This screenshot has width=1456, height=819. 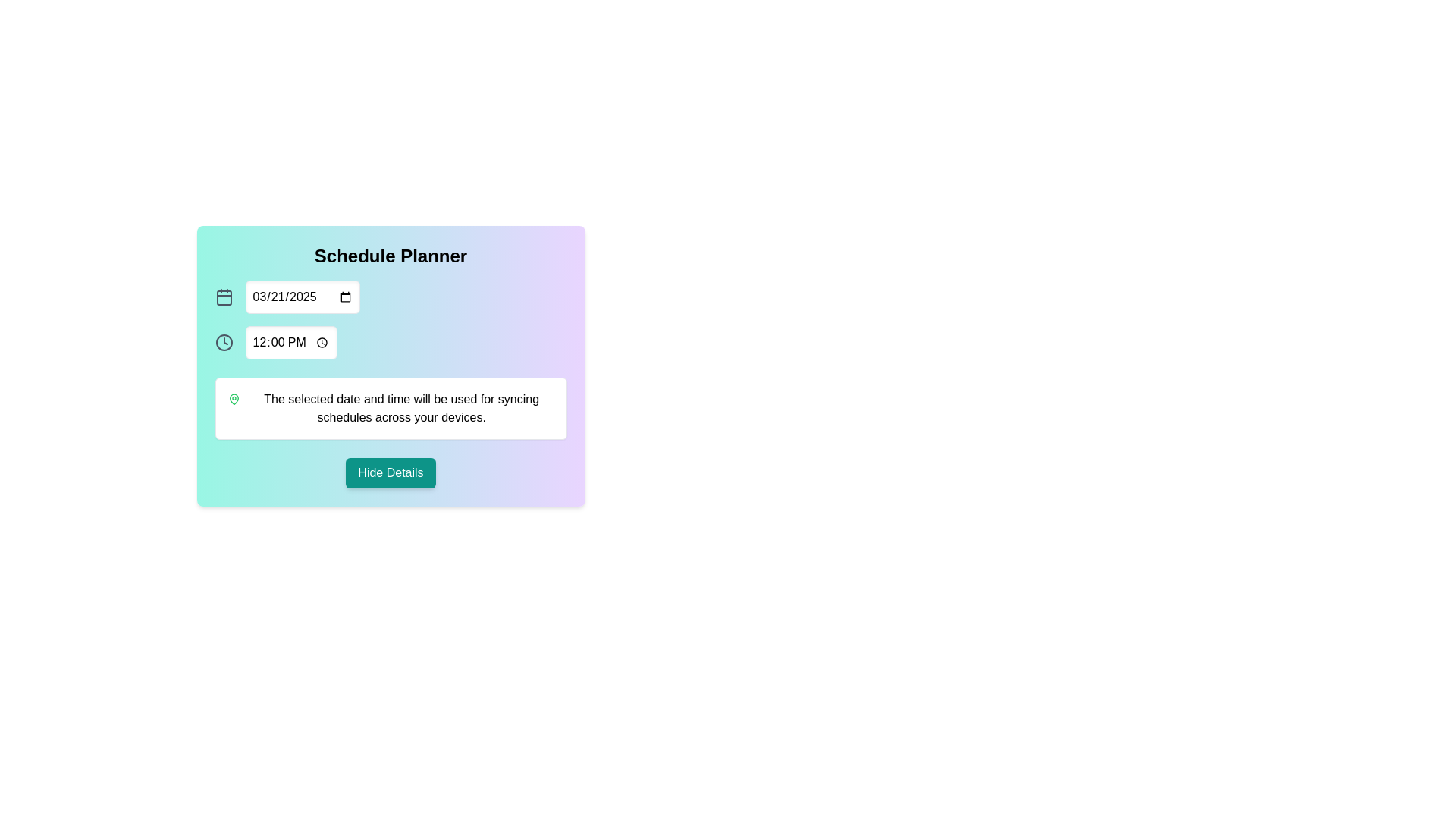 I want to click on the internal part of the calendar icon, which enhances the clarity of its purpose as a date-related graphic within the schedule planner interface, so click(x=223, y=298).